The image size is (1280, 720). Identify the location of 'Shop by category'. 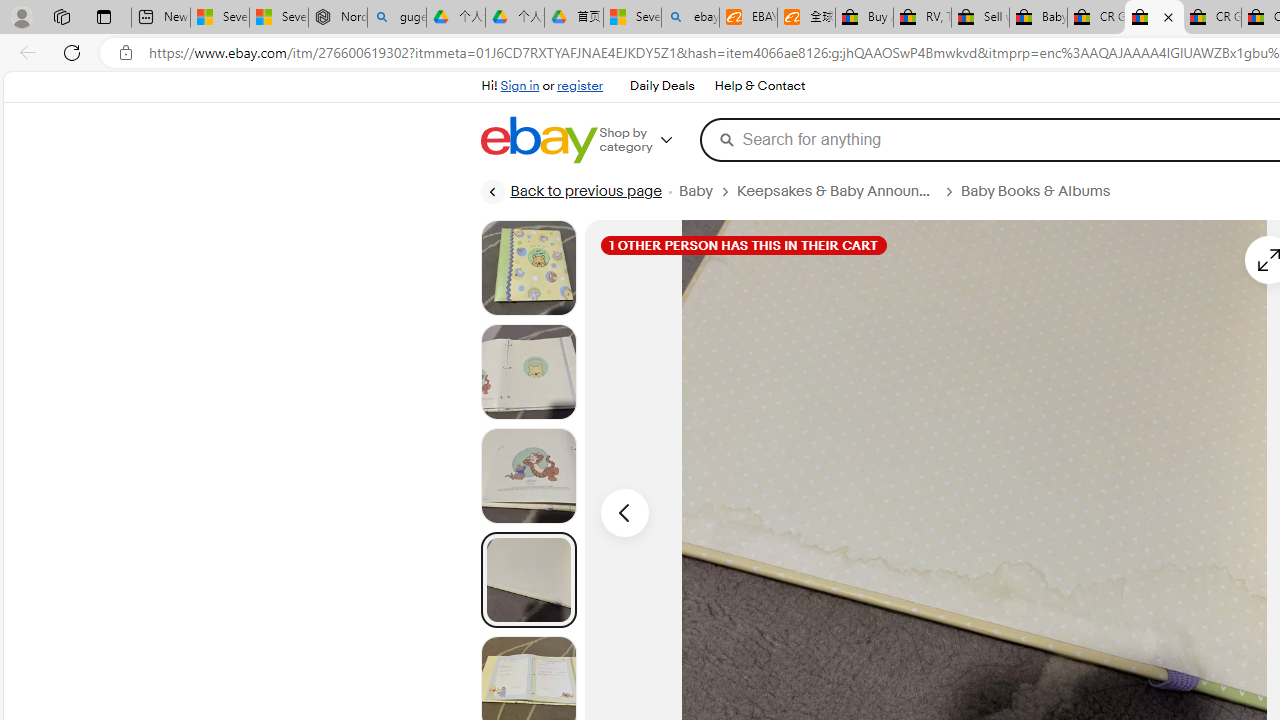
(649, 139).